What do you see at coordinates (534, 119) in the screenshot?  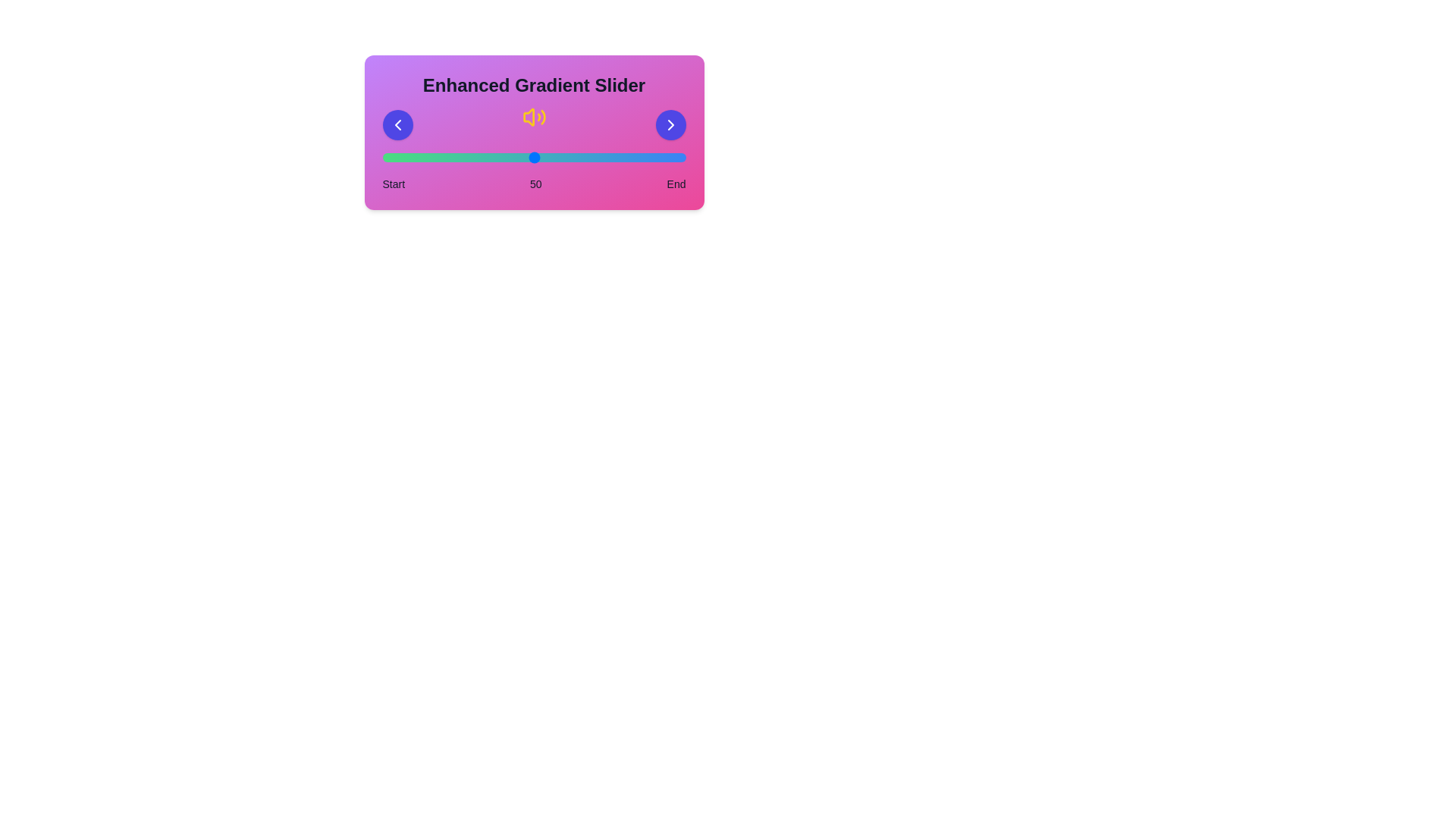 I see `the animated volume icon to observe its animation` at bounding box center [534, 119].